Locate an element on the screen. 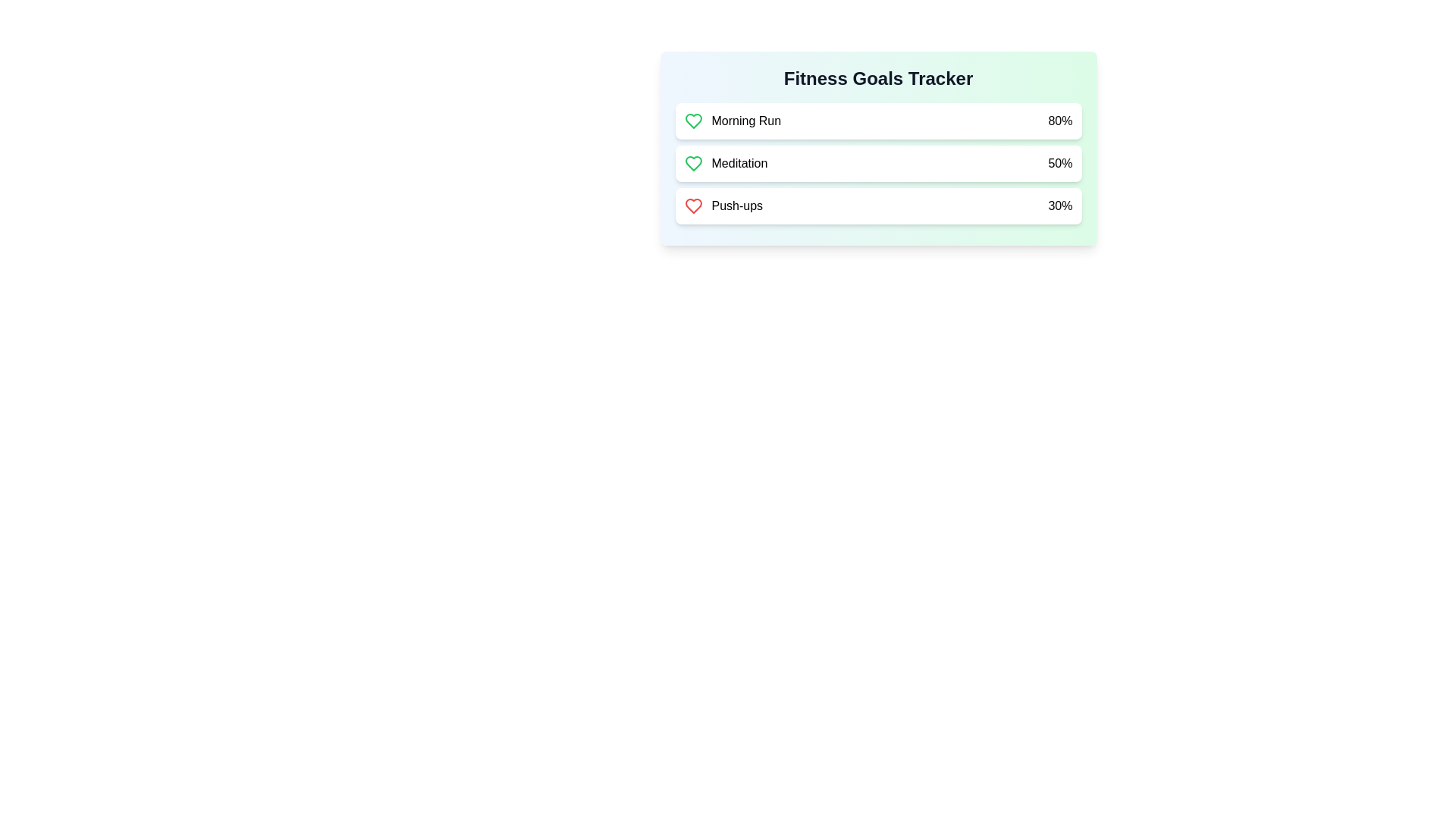  the completion percentage '80%' of the task labeled 'Morning Run' in the 'Fitness Goals Tracker' to modify or view completion details is located at coordinates (878, 120).